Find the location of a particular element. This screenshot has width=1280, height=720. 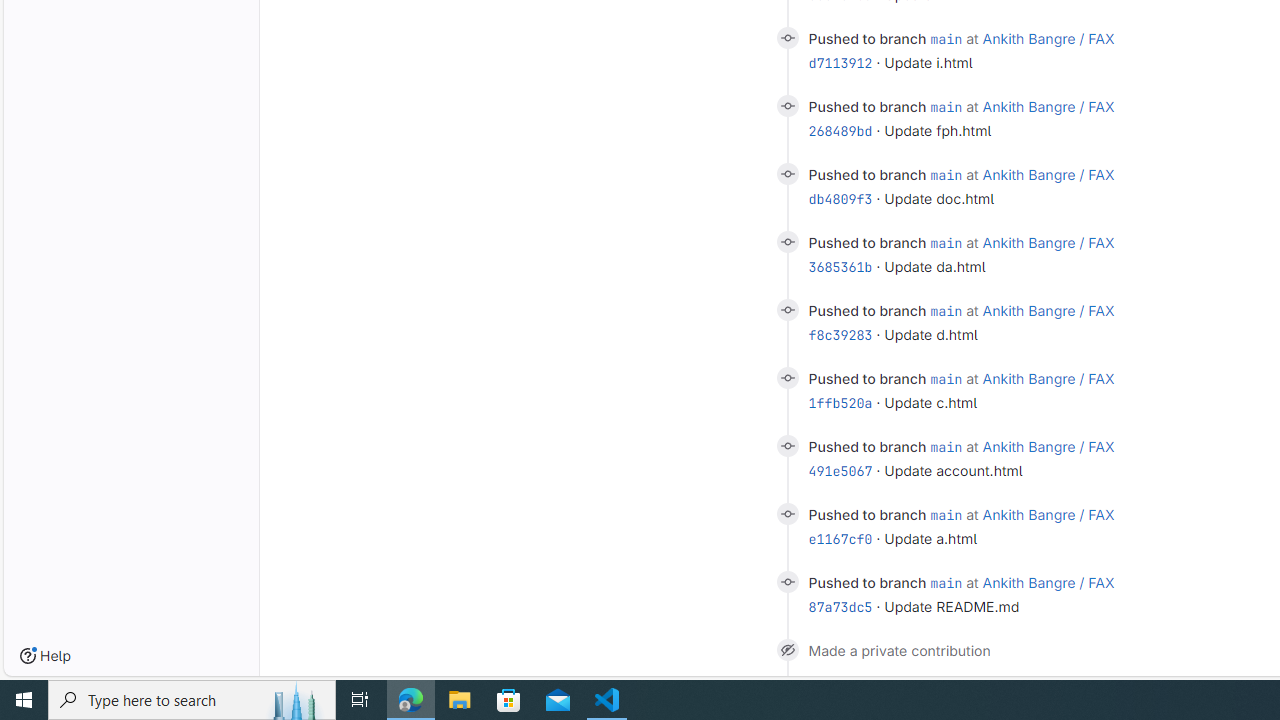

'3685361b' is located at coordinates (840, 265).